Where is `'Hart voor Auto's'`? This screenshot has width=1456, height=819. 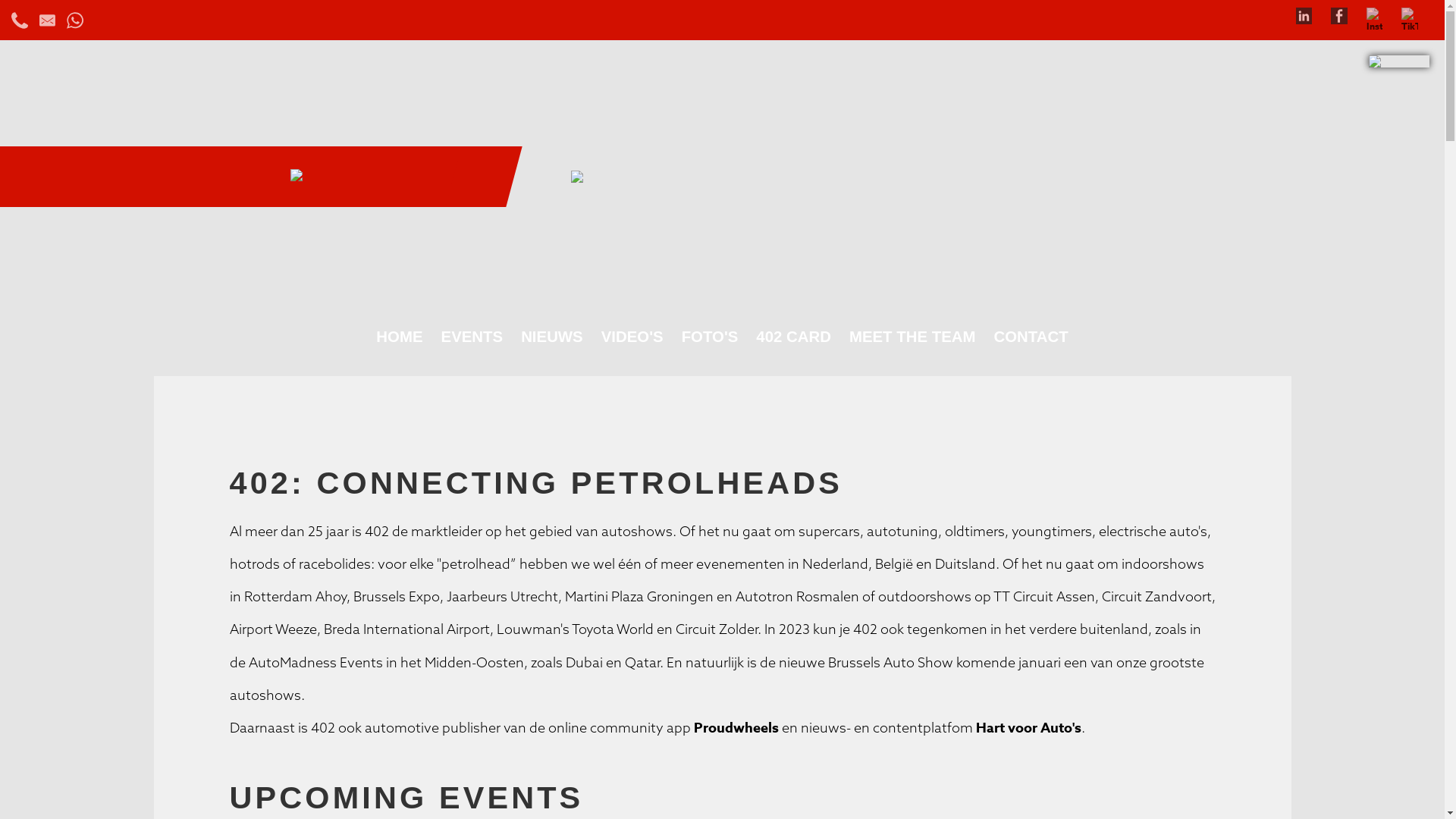
'Hart voor Auto's' is located at coordinates (971, 727).